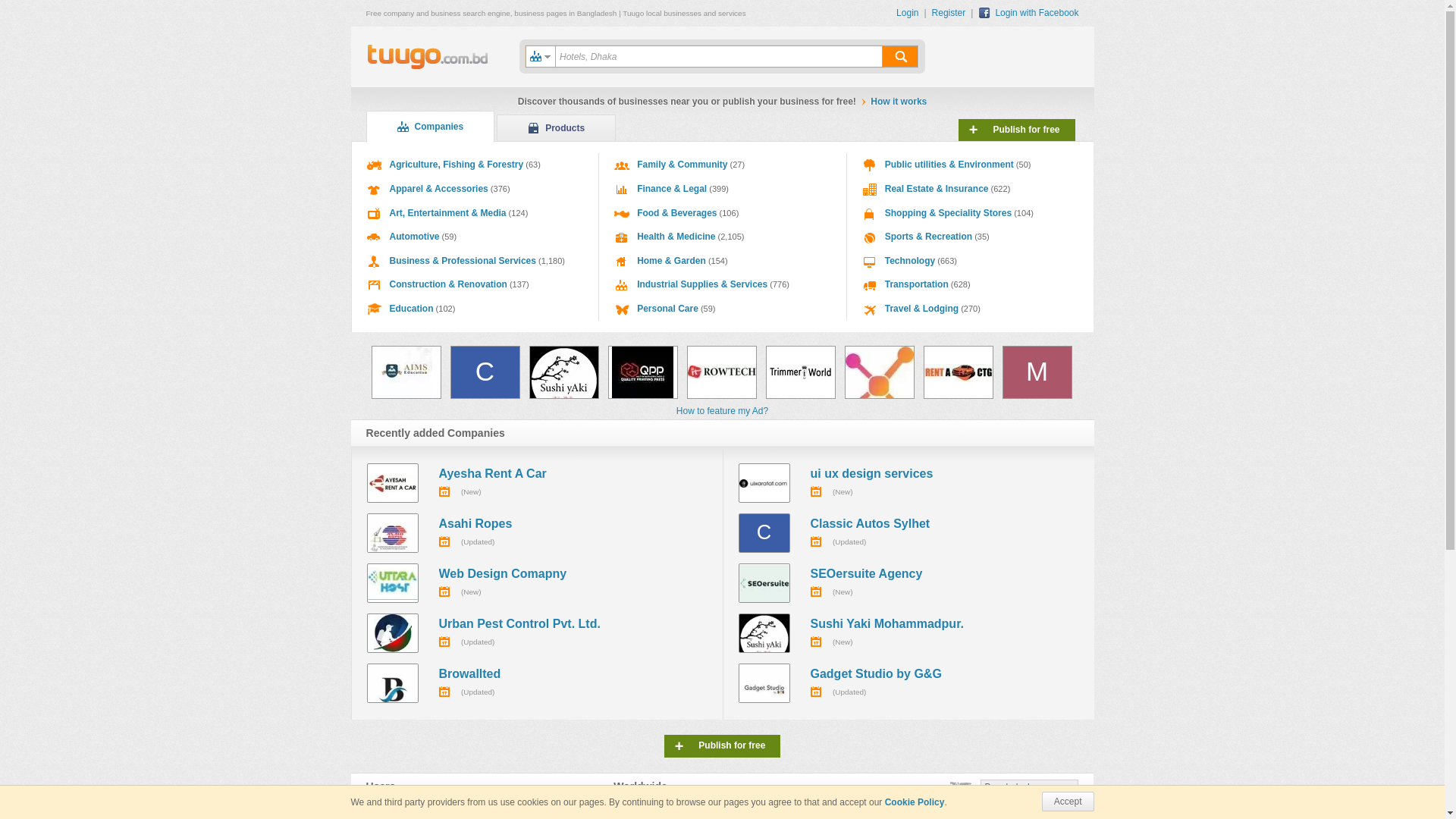 The image size is (1456, 819). What do you see at coordinates (910, 12) in the screenshot?
I see `'Login'` at bounding box center [910, 12].